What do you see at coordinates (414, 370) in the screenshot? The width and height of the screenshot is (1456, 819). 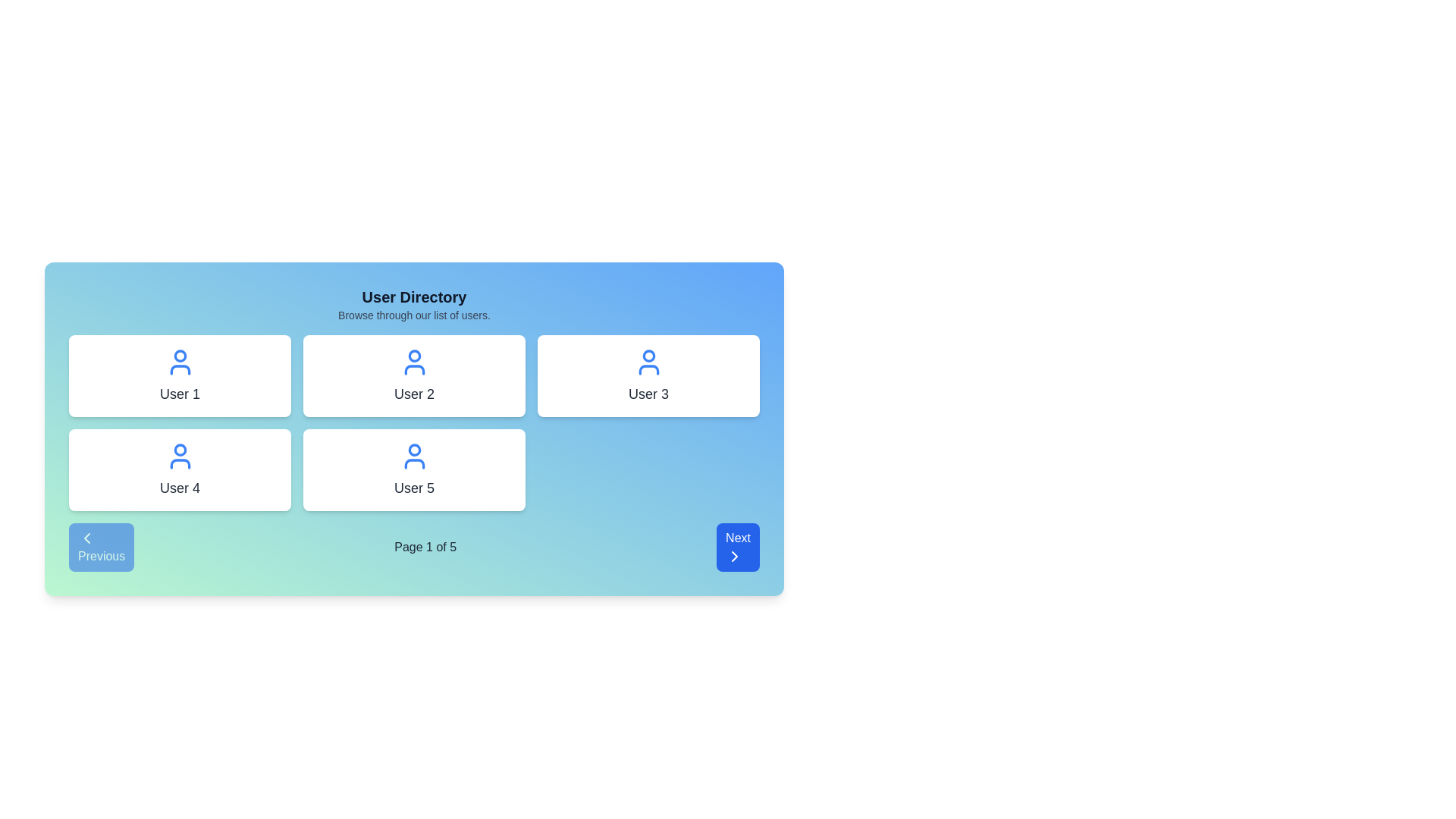 I see `the decorative graphical component within the 'User 2' profile icon, located in the second cell of the upper row of the user grid` at bounding box center [414, 370].